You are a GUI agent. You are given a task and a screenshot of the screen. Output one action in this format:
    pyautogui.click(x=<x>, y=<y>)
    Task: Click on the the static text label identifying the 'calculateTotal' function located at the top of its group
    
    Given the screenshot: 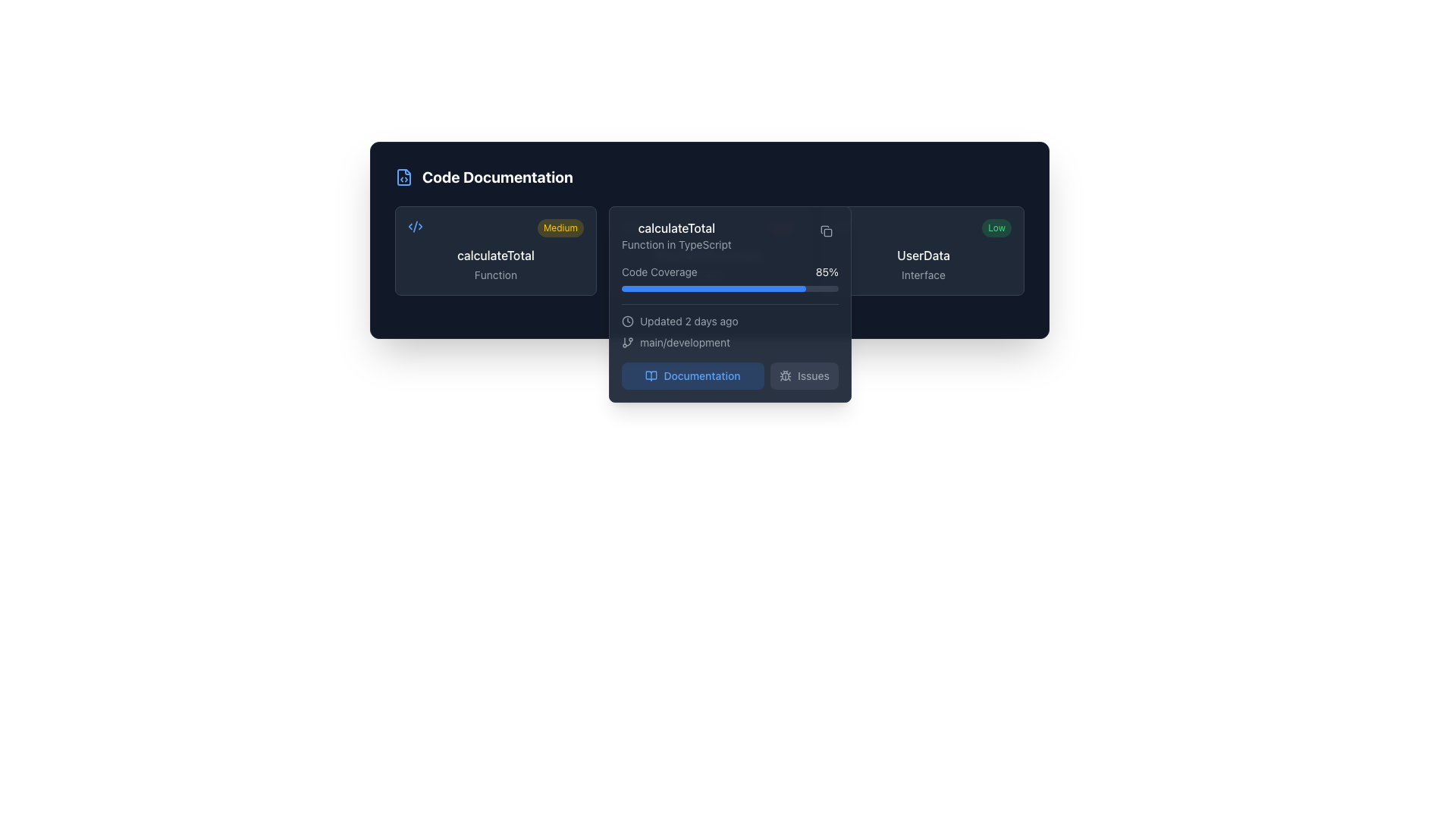 What is the action you would take?
    pyautogui.click(x=676, y=227)
    